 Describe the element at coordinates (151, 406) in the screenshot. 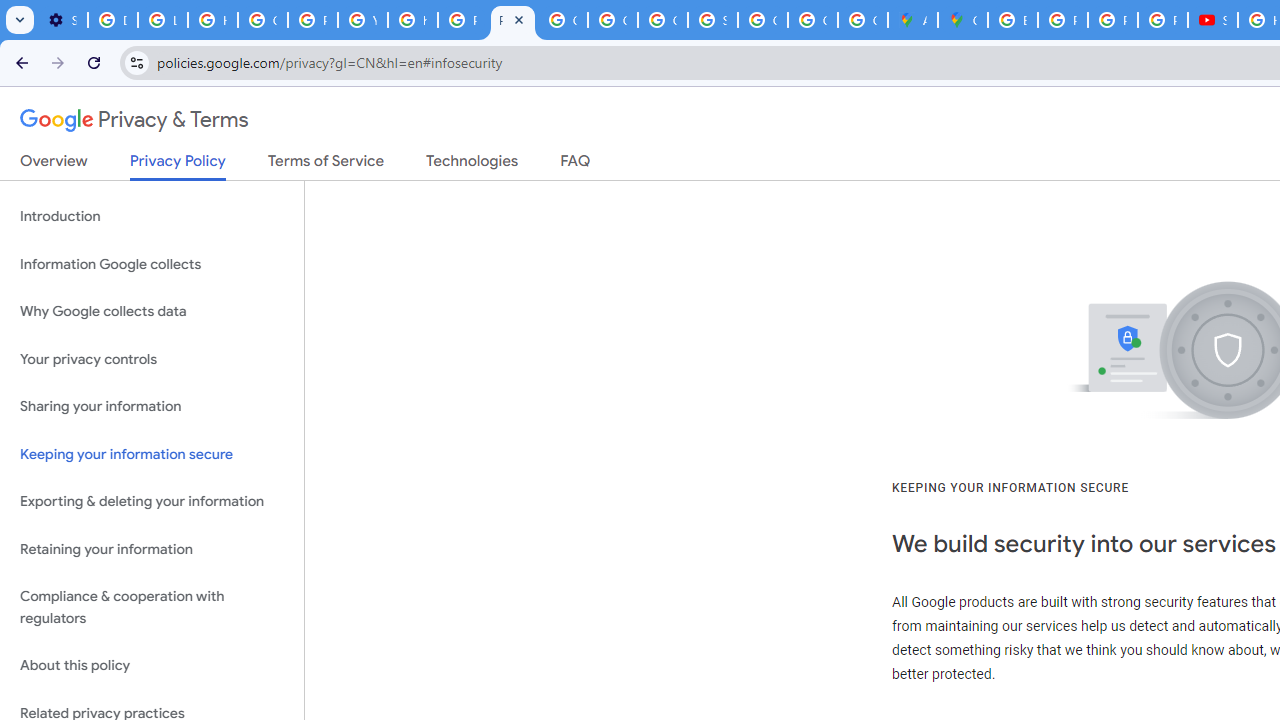

I see `'Sharing your information'` at that location.